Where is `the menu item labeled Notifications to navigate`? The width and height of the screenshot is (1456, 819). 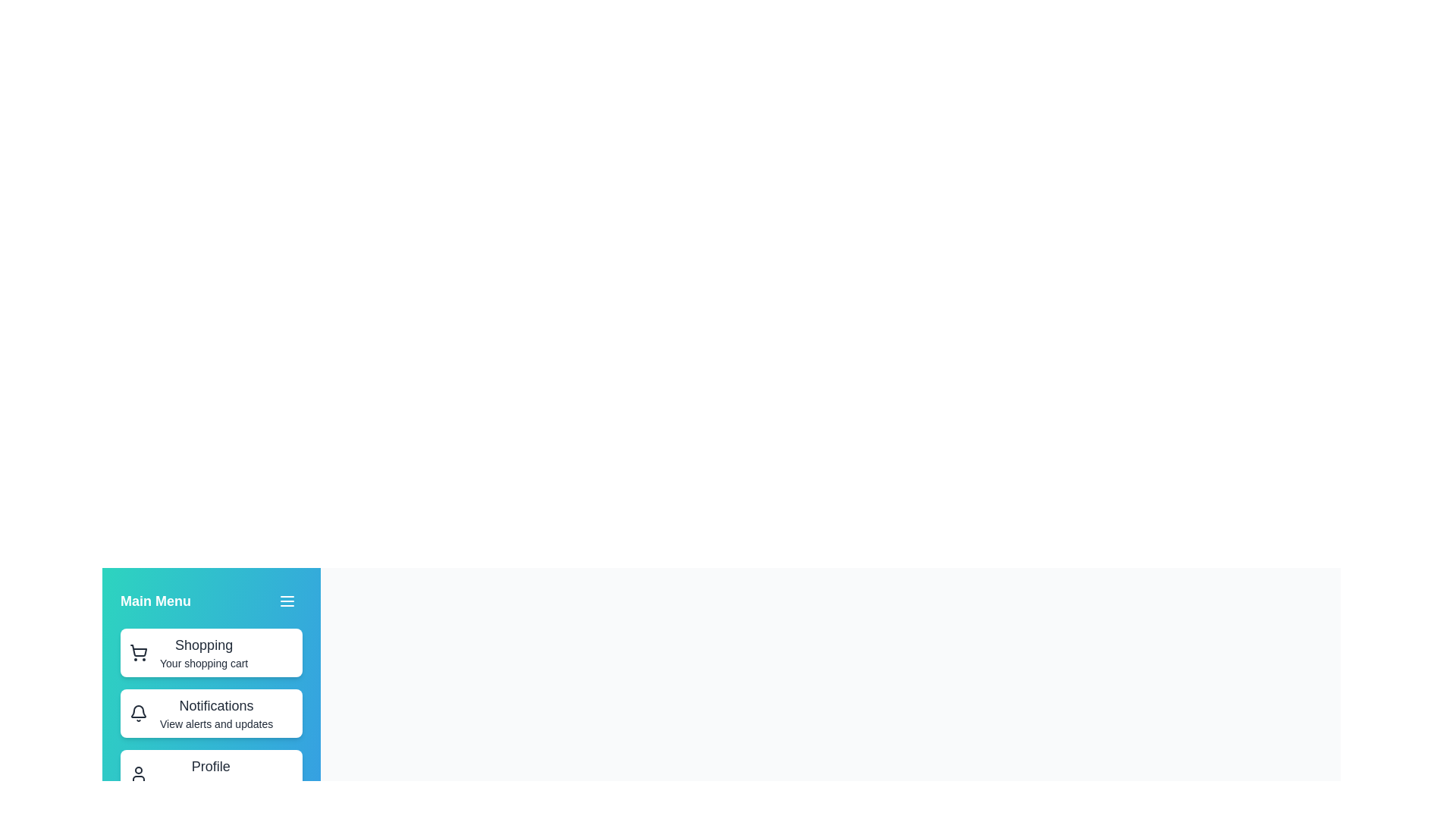 the menu item labeled Notifications to navigate is located at coordinates (210, 714).